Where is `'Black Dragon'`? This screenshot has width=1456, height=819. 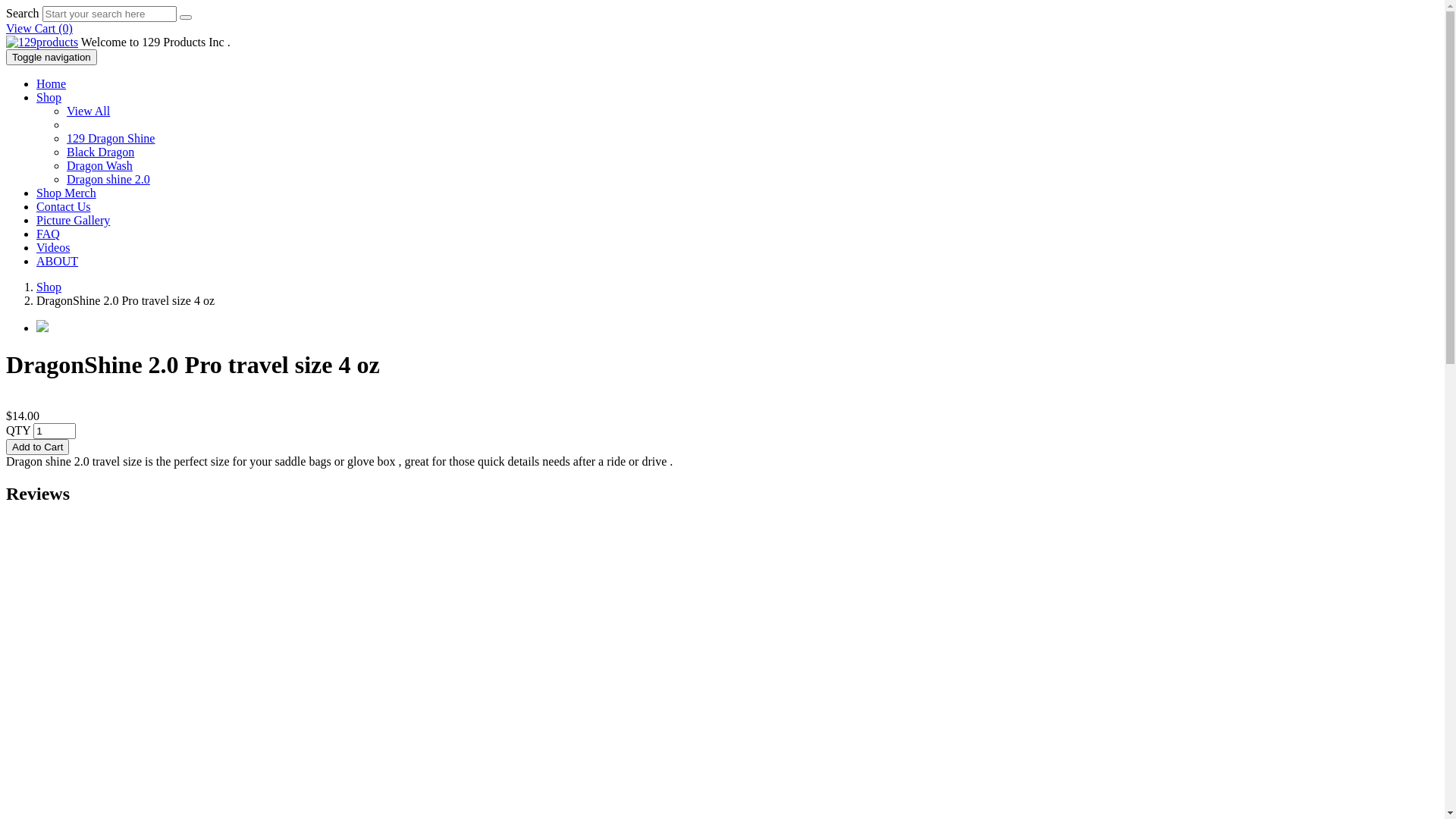 'Black Dragon' is located at coordinates (99, 152).